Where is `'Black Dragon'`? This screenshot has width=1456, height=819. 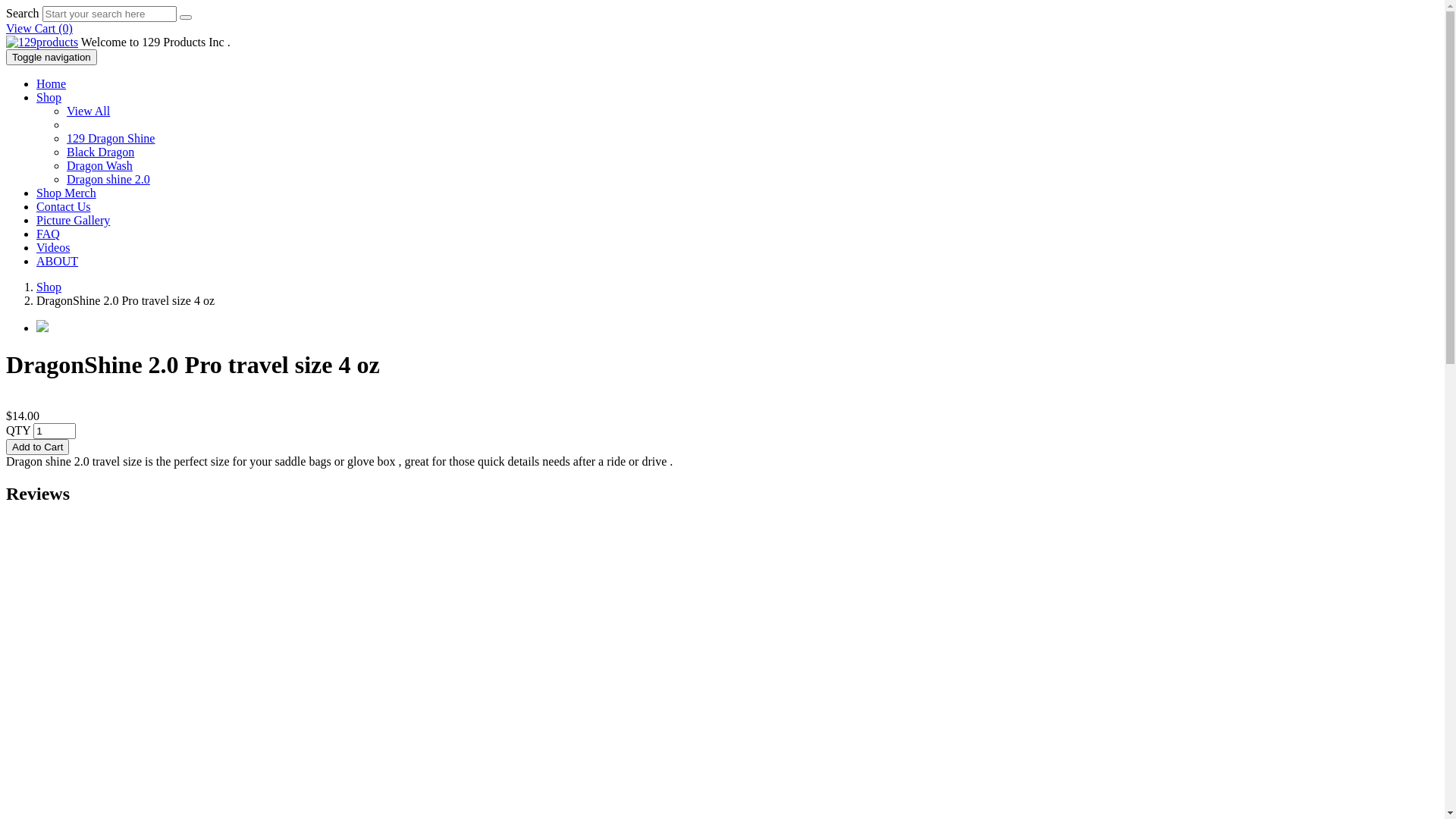 'Black Dragon' is located at coordinates (99, 152).